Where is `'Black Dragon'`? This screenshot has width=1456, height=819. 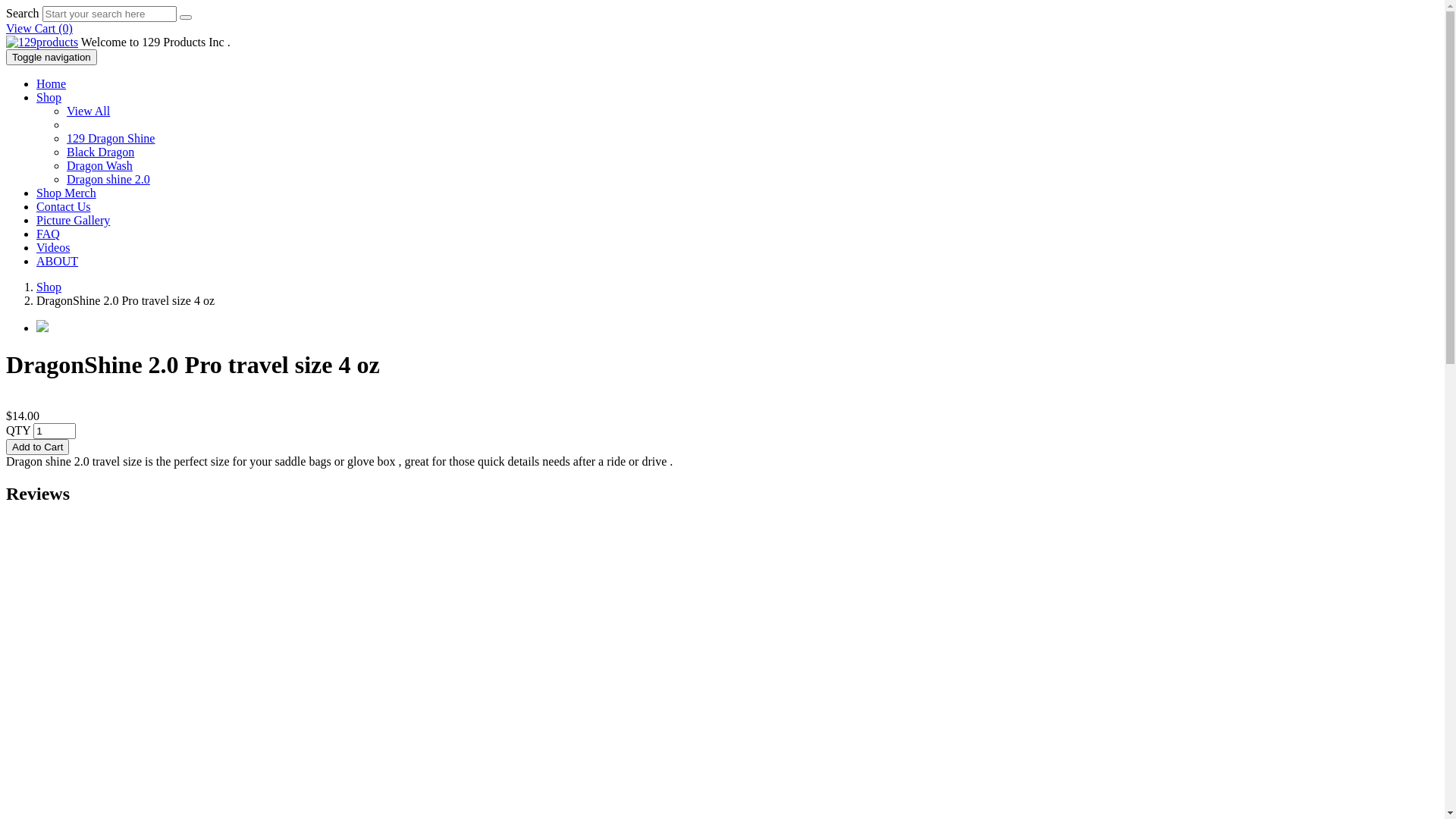 'Black Dragon' is located at coordinates (99, 152).